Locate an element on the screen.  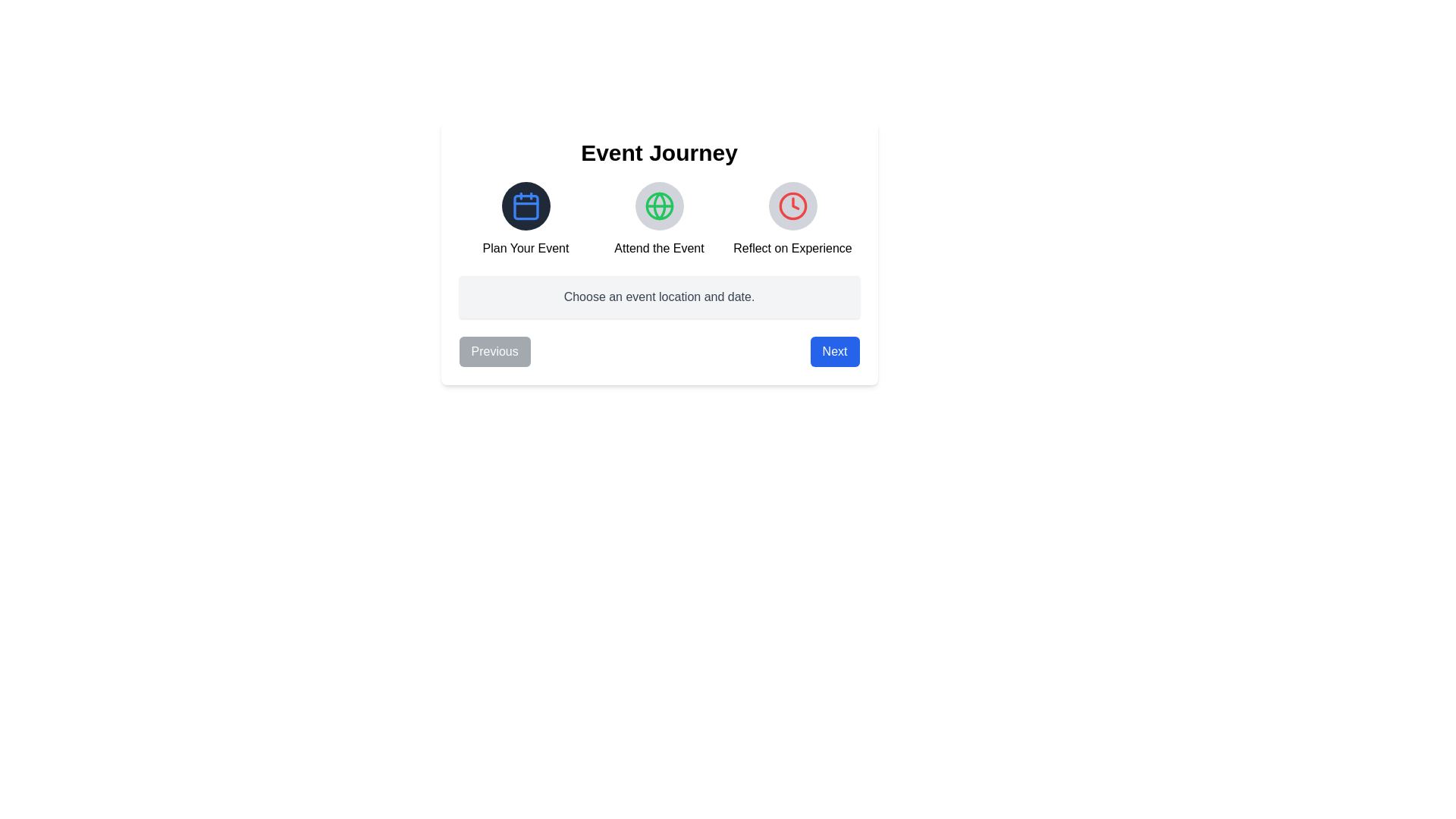
the icon corresponding to Attend the Event to view additional information is located at coordinates (659, 206).